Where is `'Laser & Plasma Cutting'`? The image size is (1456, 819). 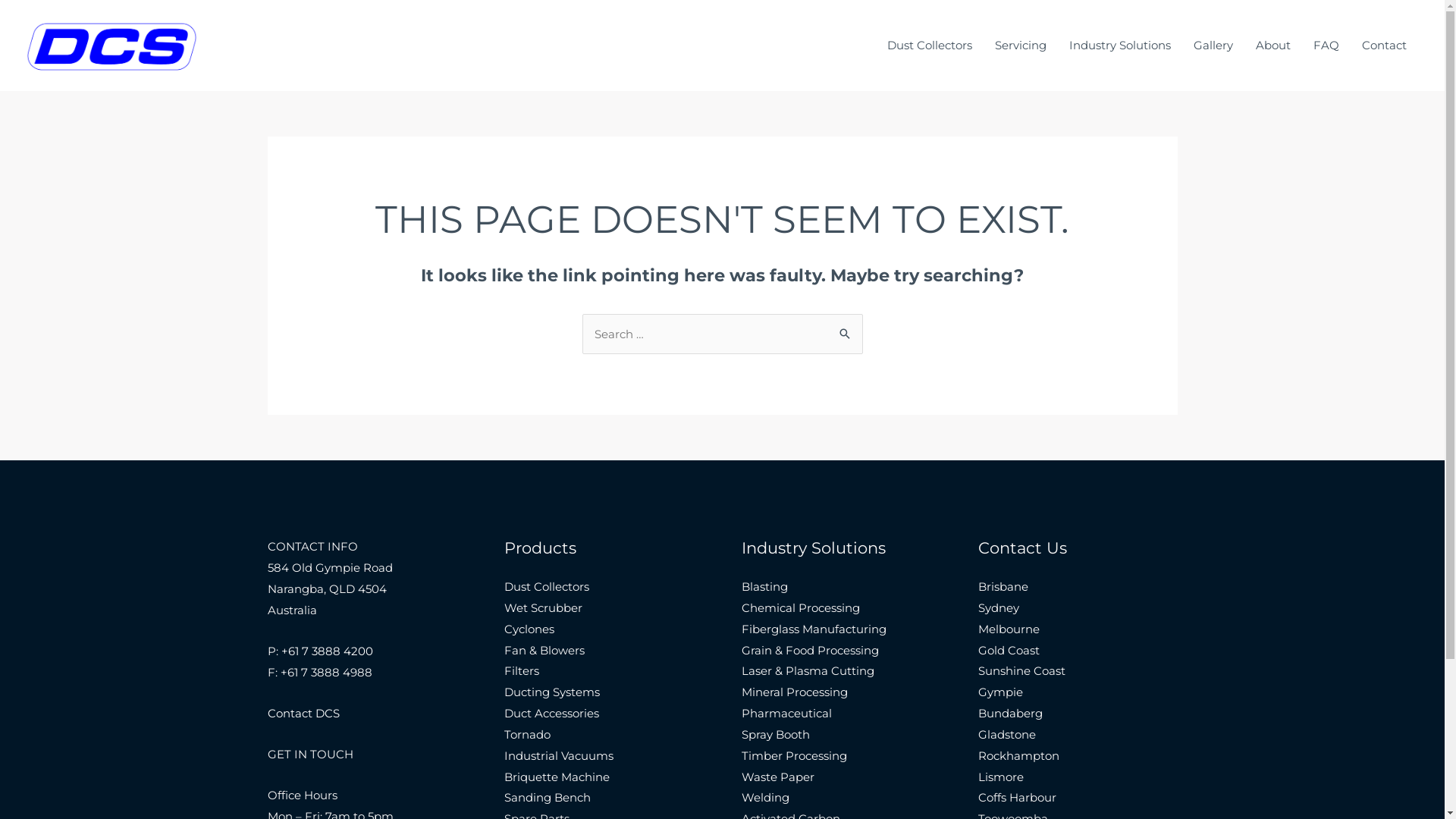
'Laser & Plasma Cutting' is located at coordinates (807, 670).